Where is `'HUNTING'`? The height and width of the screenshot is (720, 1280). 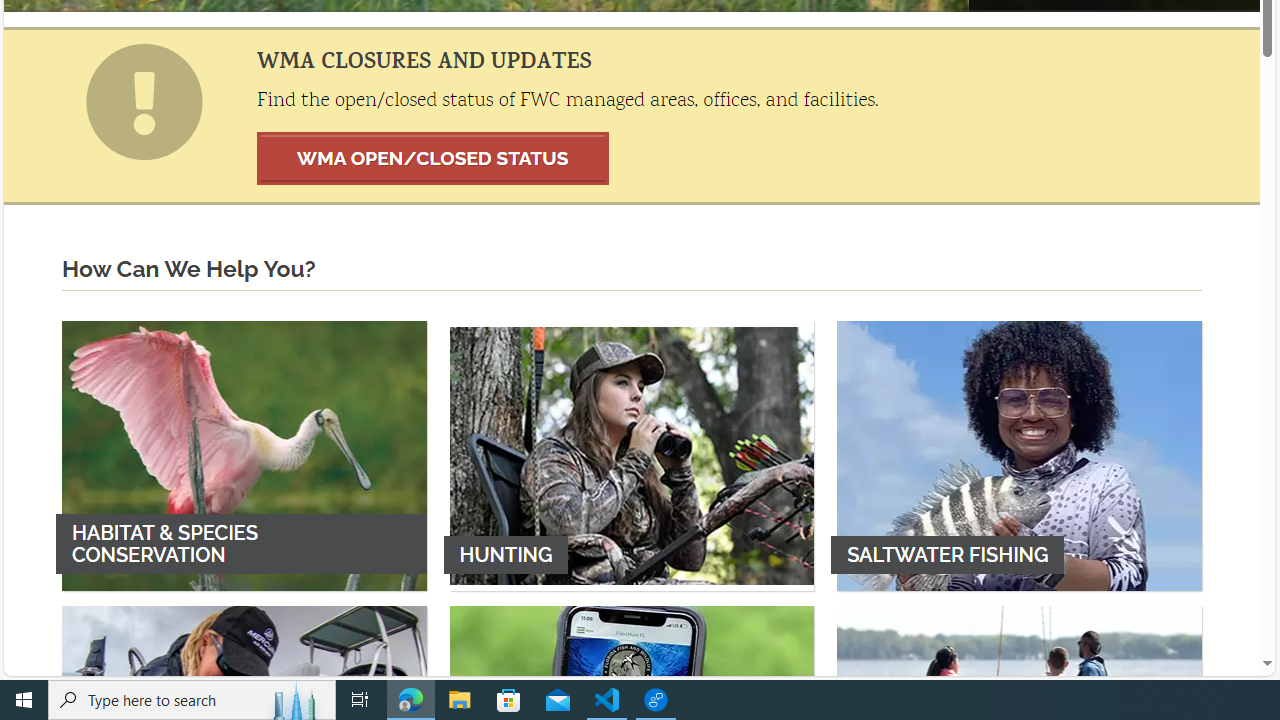 'HUNTING' is located at coordinates (631, 455).